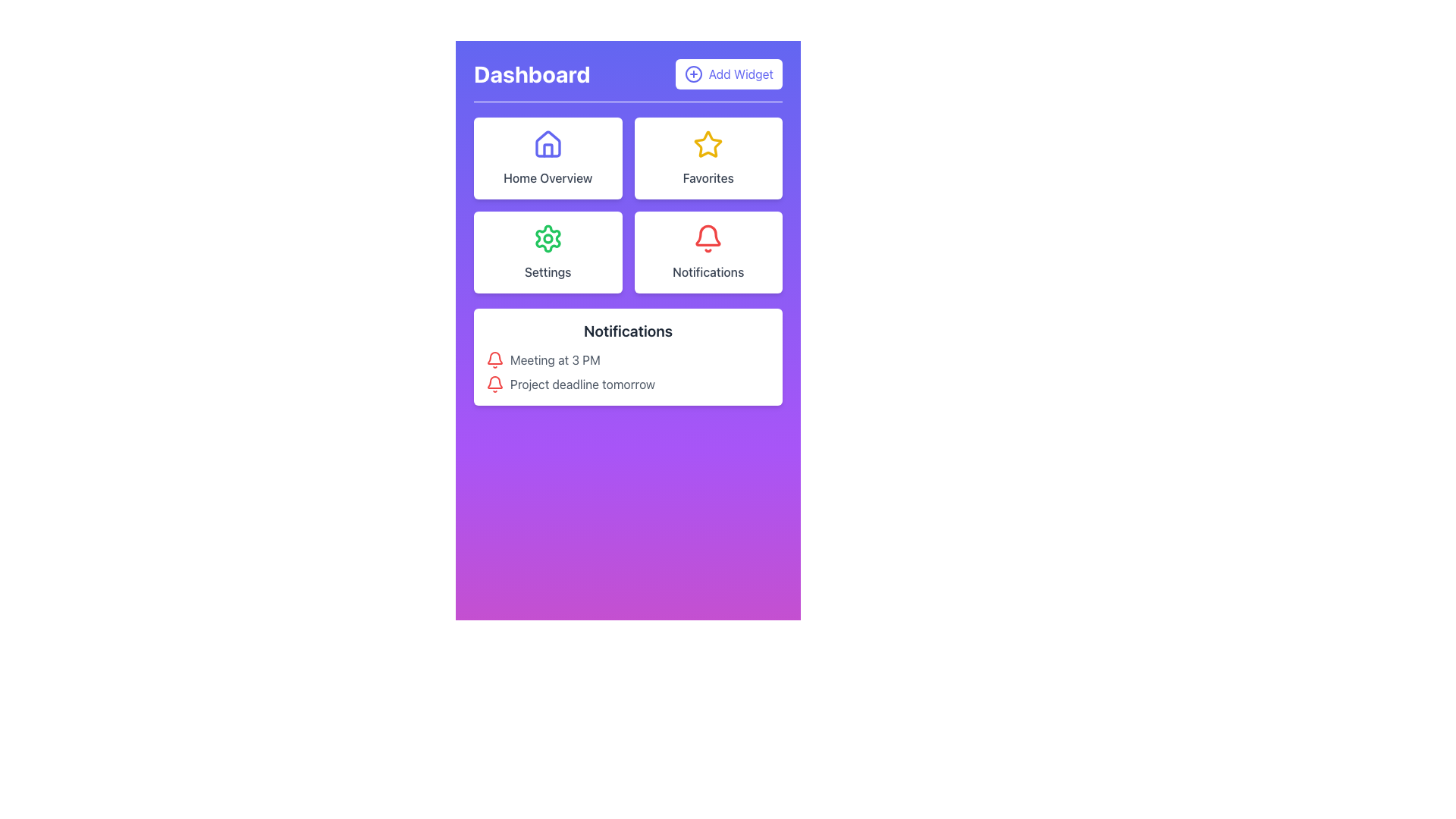 This screenshot has width=1456, height=819. Describe the element at coordinates (547, 144) in the screenshot. I see `the 'Home Overview' icon located in the top-left box of the dashboard to interact with it and redirect to the main overview page` at that location.